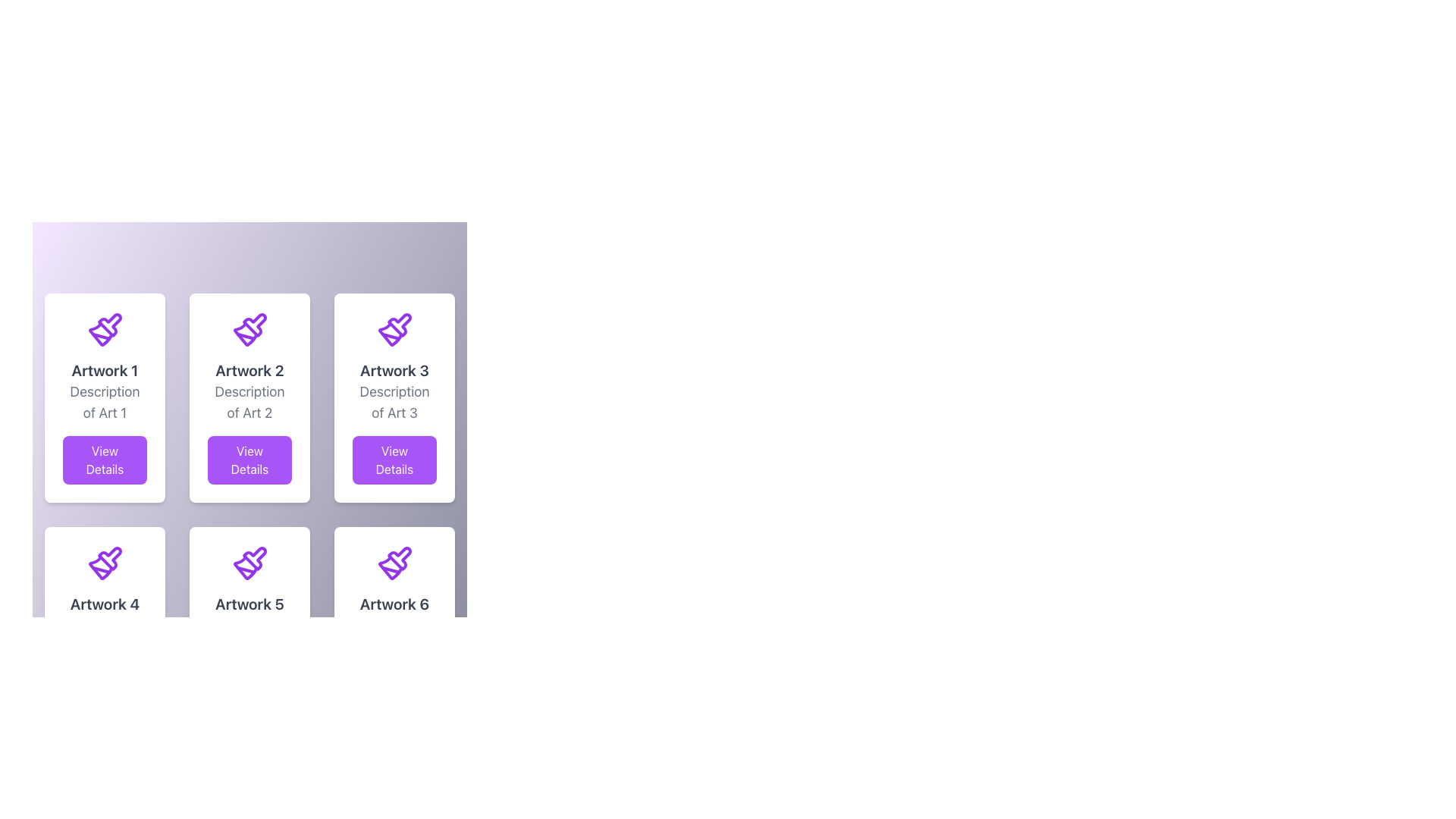 This screenshot has width=1456, height=819. I want to click on the decorative icon located in the 'Artwork 2' card, which enhances the visual appeal and thematic association of the card, so click(254, 324).